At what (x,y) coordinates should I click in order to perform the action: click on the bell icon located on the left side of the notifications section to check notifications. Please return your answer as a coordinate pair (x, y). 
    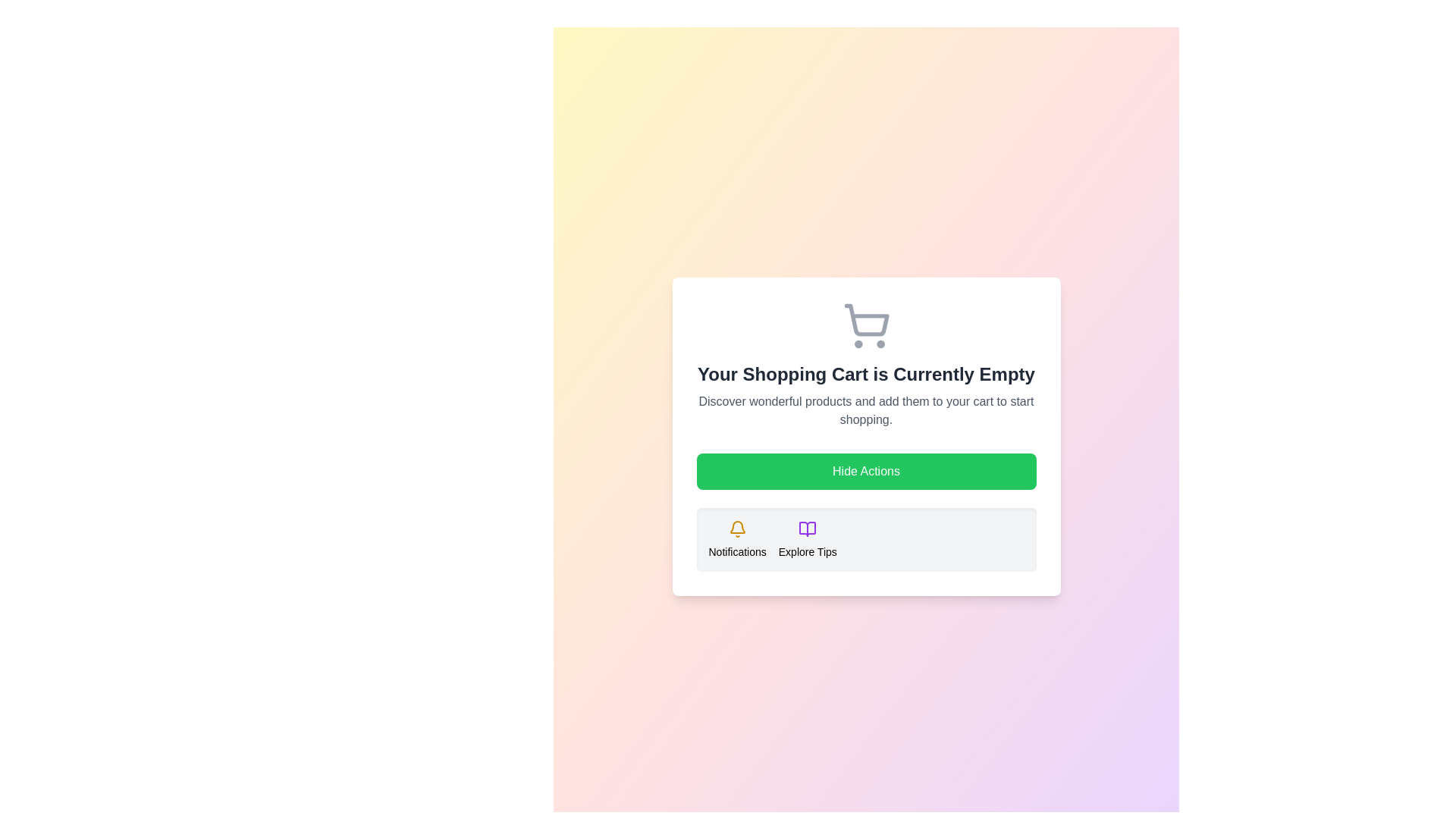
    Looking at the image, I should click on (737, 529).